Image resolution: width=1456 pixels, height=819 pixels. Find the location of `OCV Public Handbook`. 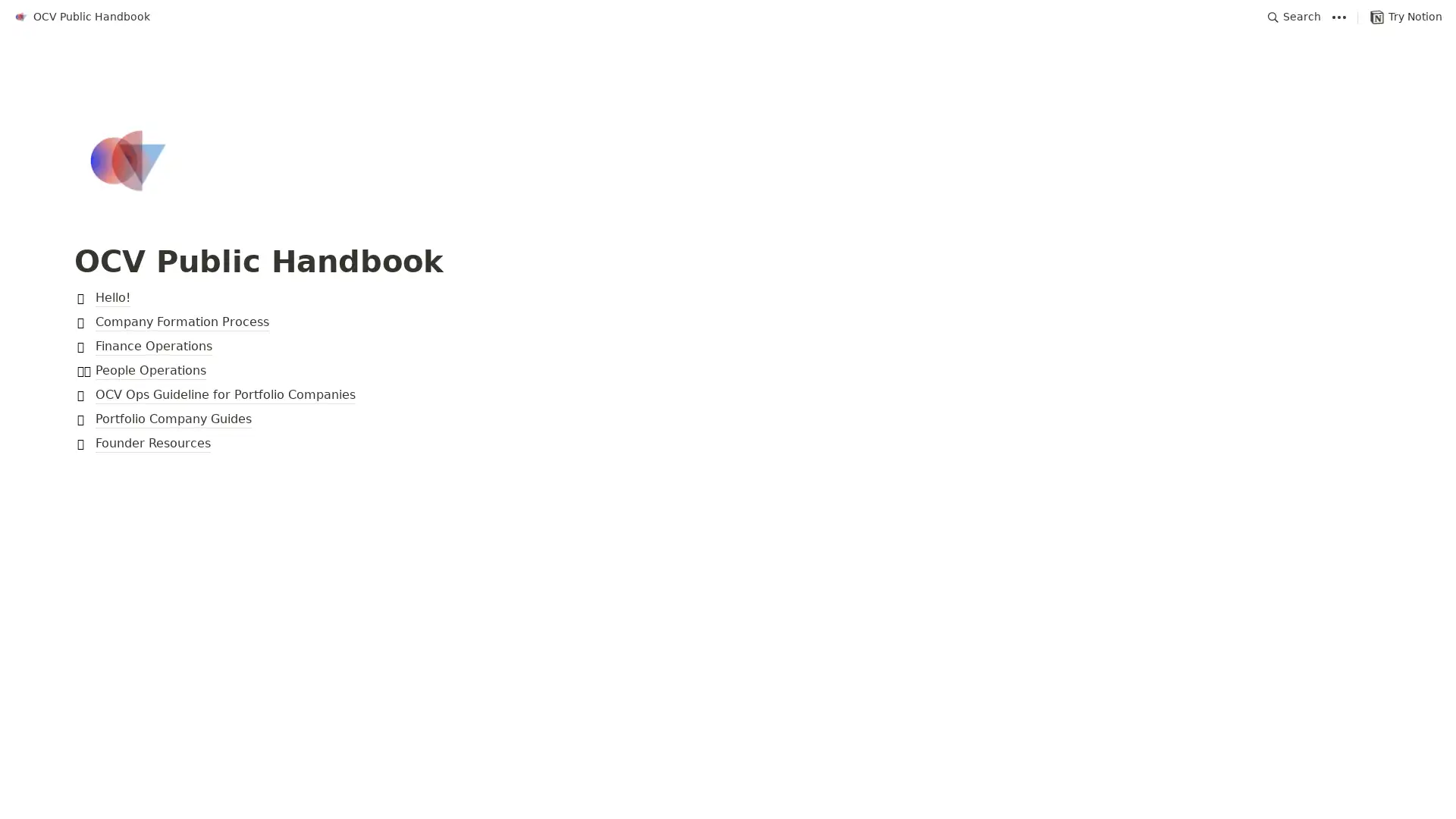

OCV Public Handbook is located at coordinates (81, 17).